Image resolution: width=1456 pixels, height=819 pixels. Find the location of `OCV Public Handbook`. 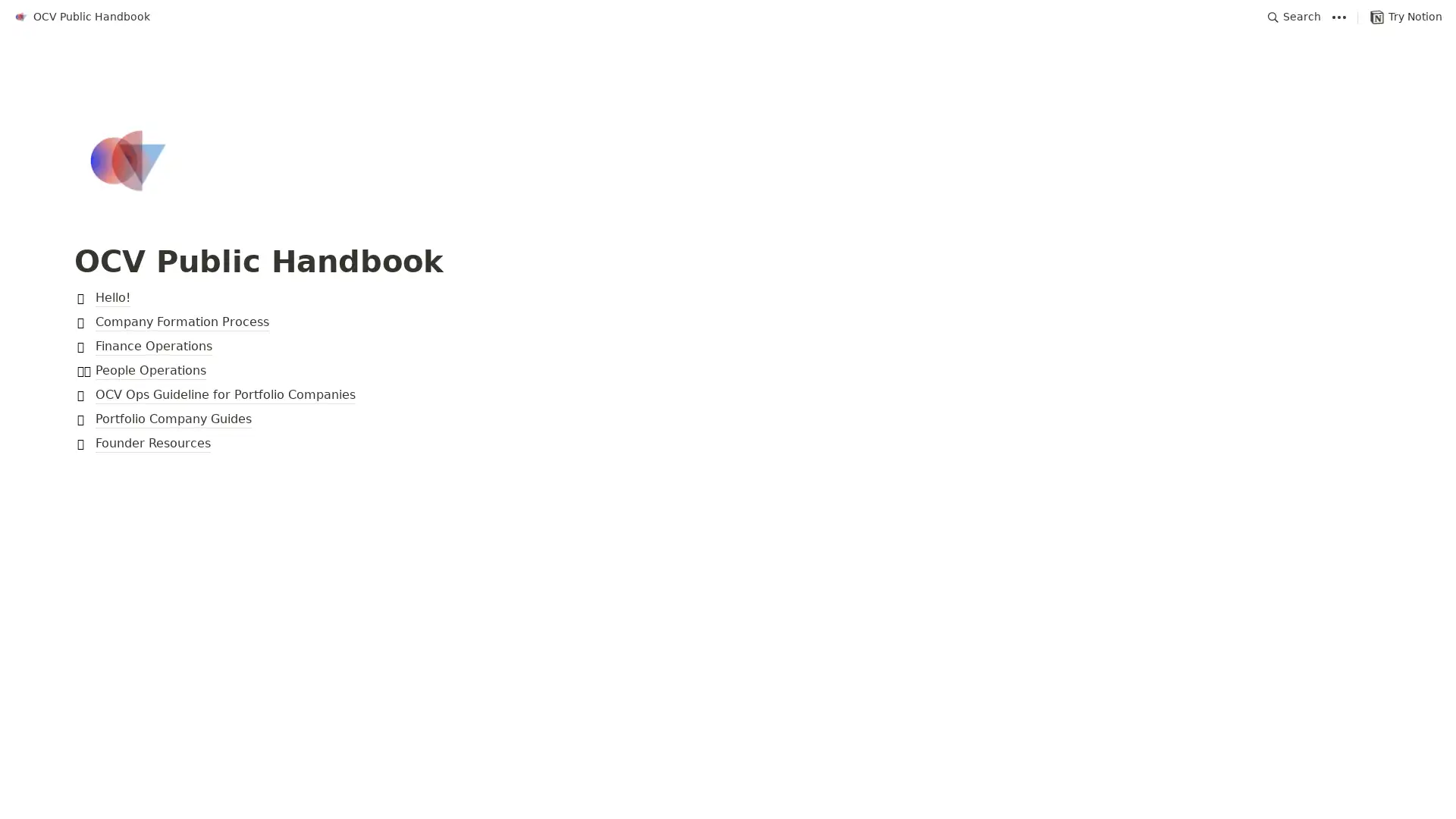

OCV Public Handbook is located at coordinates (81, 17).